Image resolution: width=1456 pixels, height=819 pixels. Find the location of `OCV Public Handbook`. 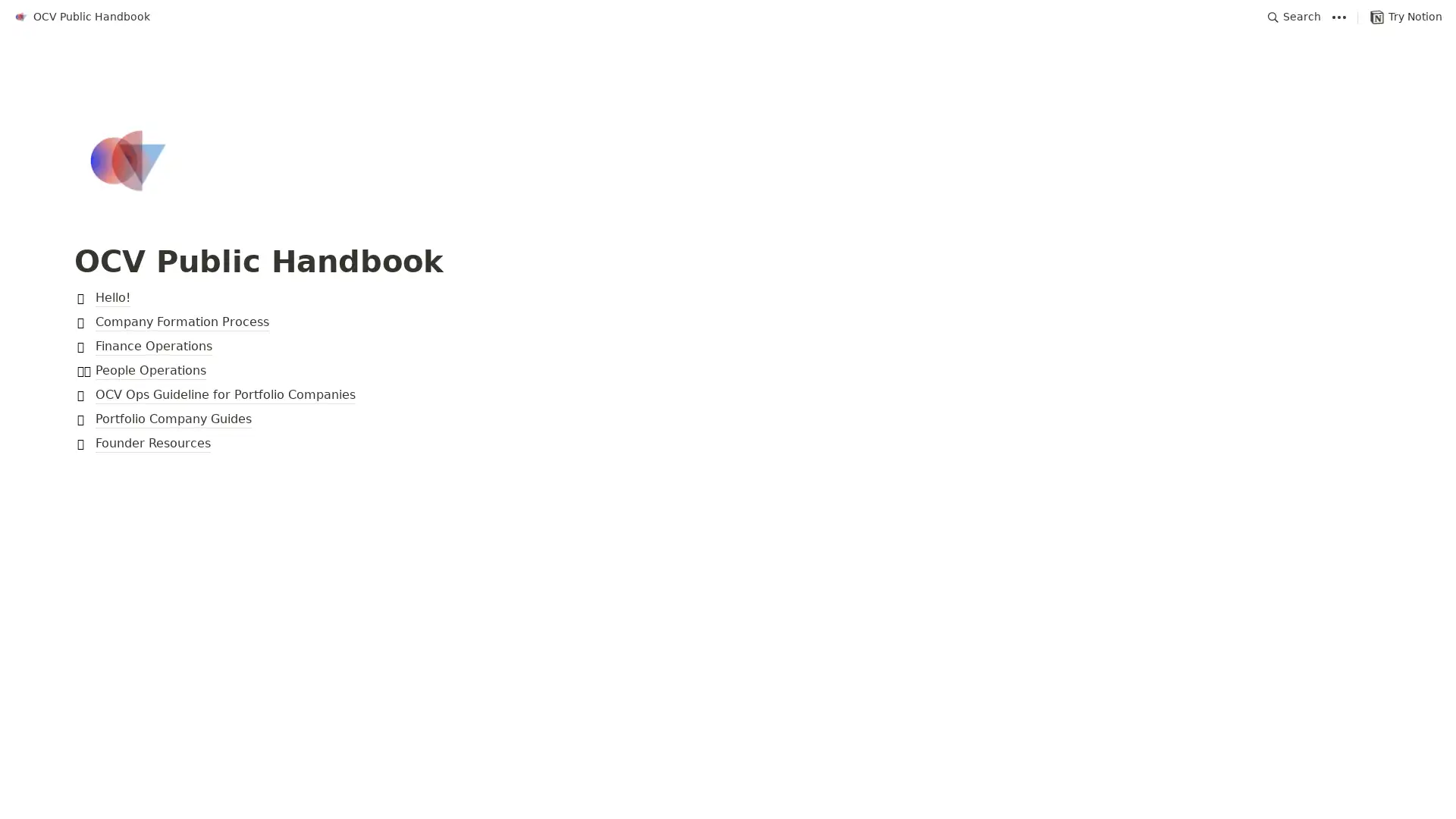

OCV Public Handbook is located at coordinates (81, 17).